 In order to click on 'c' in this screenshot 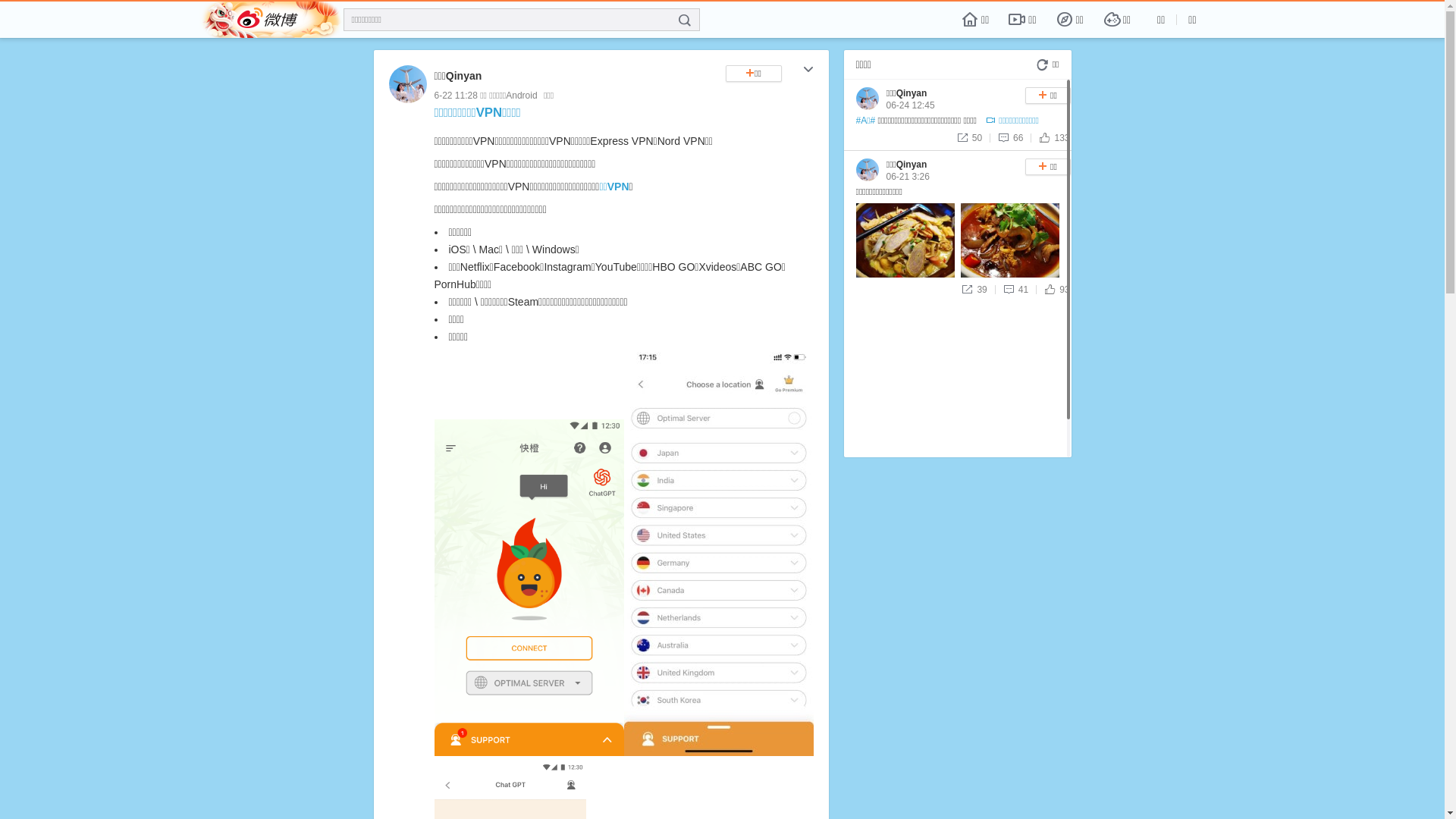, I will do `click(808, 71)`.